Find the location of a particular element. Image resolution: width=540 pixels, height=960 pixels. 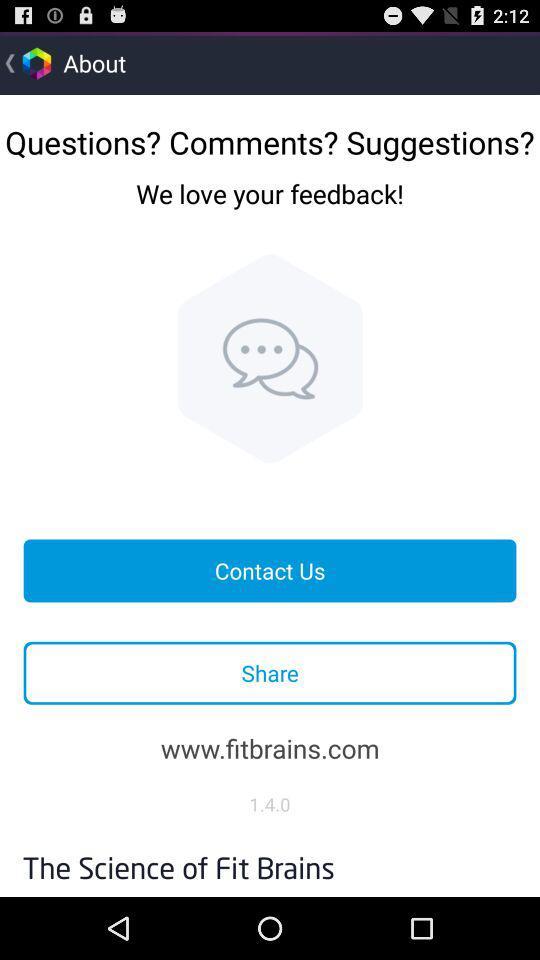

the we love your app is located at coordinates (270, 209).